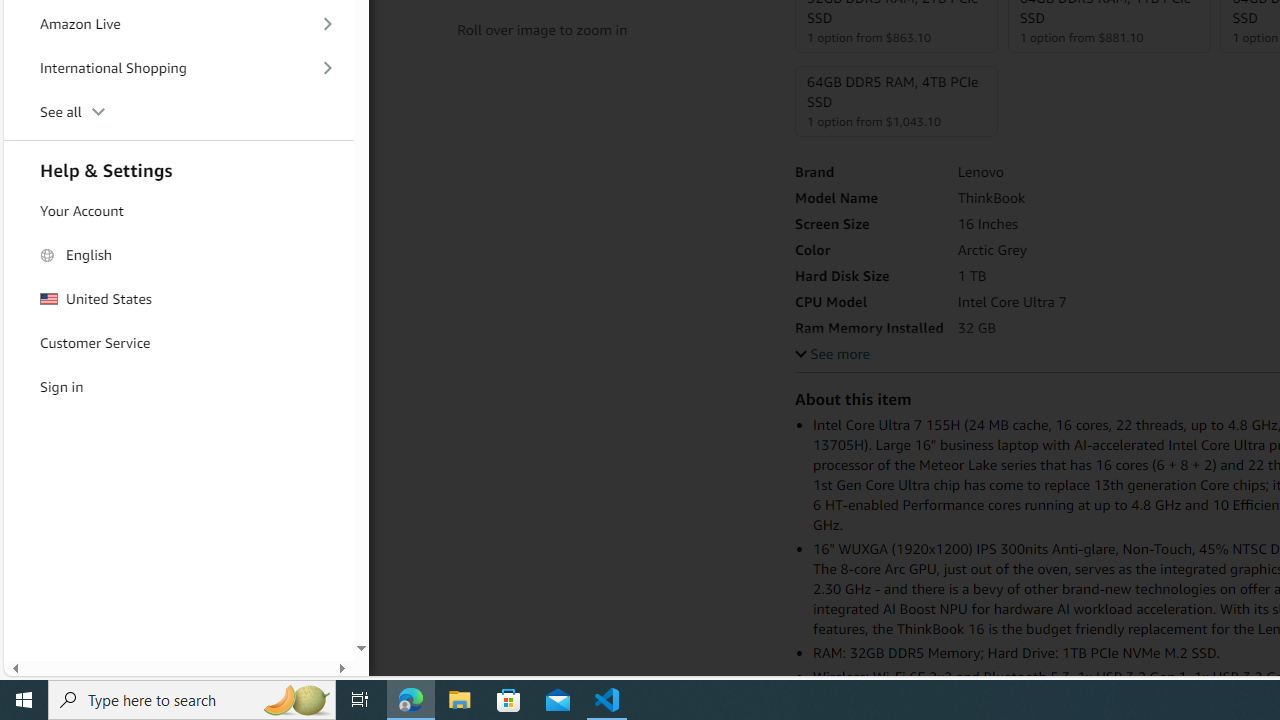  Describe the element at coordinates (179, 167) in the screenshot. I see `'Help & Settings'` at that location.